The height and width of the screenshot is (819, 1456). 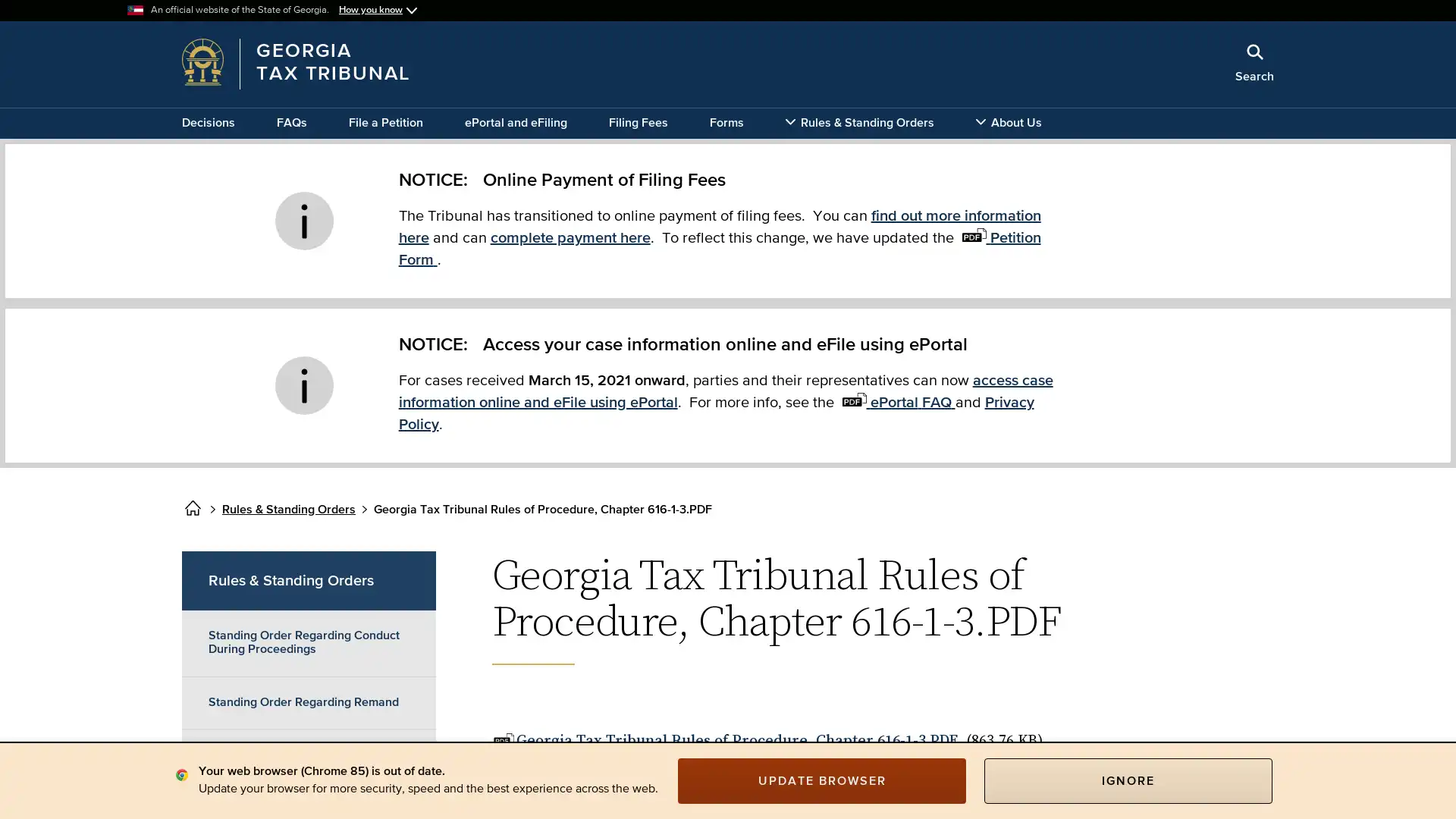 I want to click on IGNORE, so click(x=1128, y=780).